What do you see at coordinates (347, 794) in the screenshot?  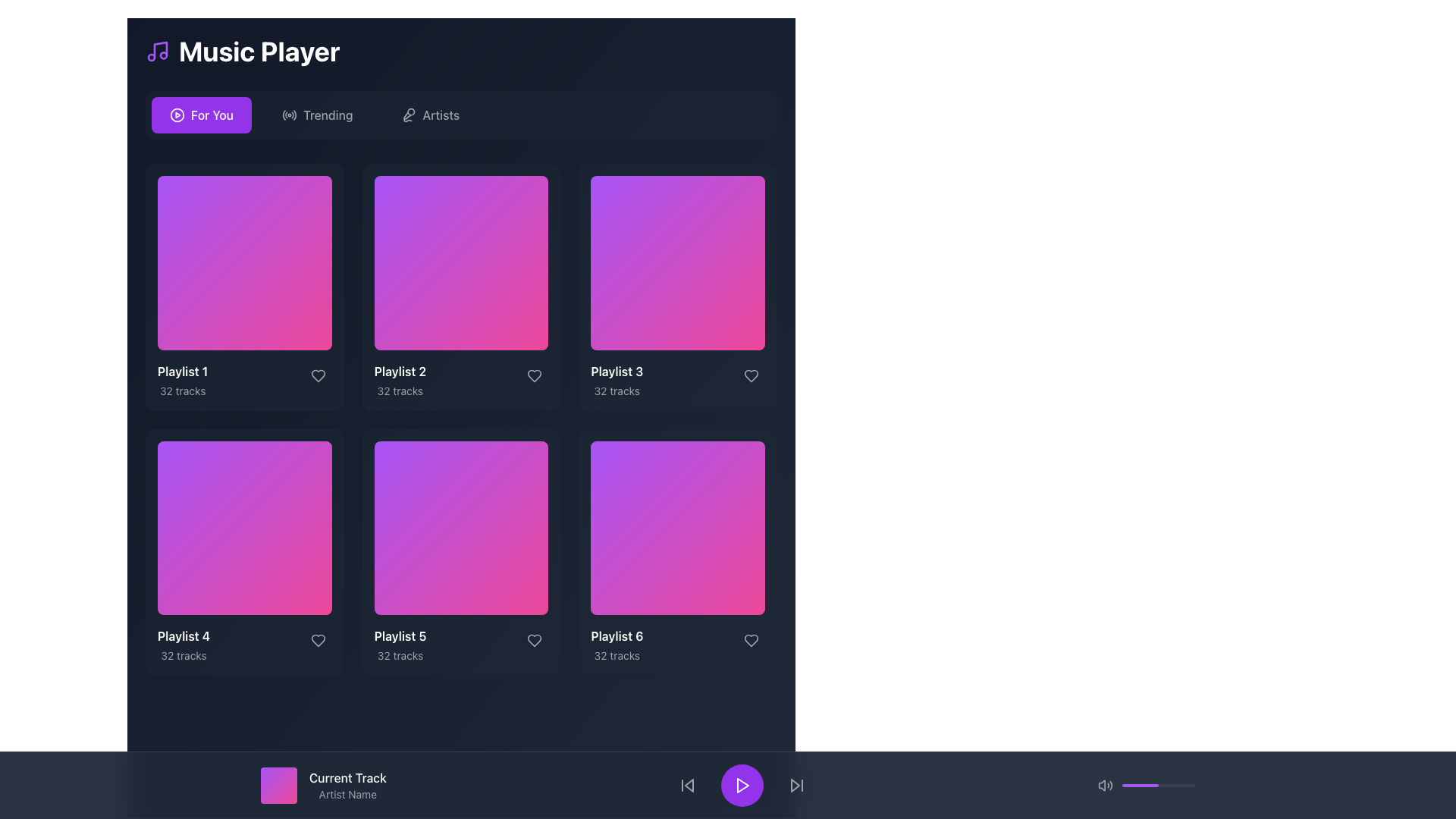 I see `the non-interactive text label that displays the name of the artist for the current track, located in the second row below the 'Current Track' label in the player's bottom bar` at bounding box center [347, 794].